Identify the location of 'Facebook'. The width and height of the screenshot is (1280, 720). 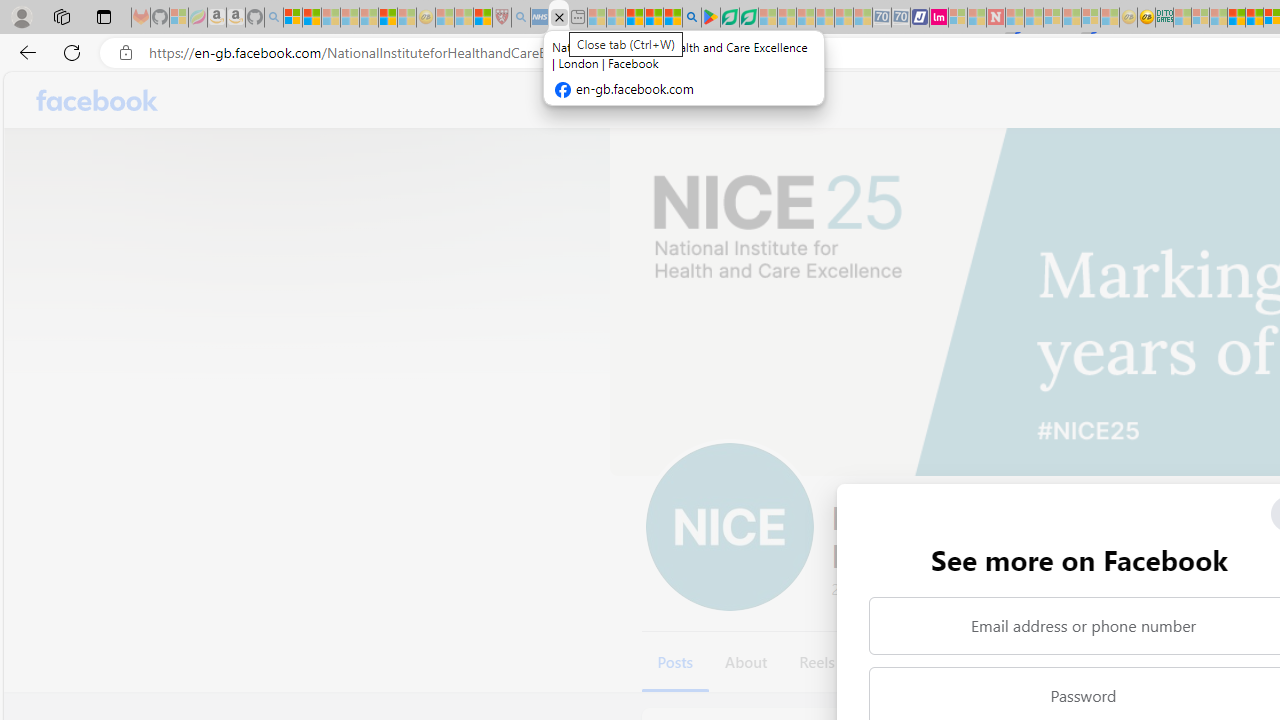
(96, 100).